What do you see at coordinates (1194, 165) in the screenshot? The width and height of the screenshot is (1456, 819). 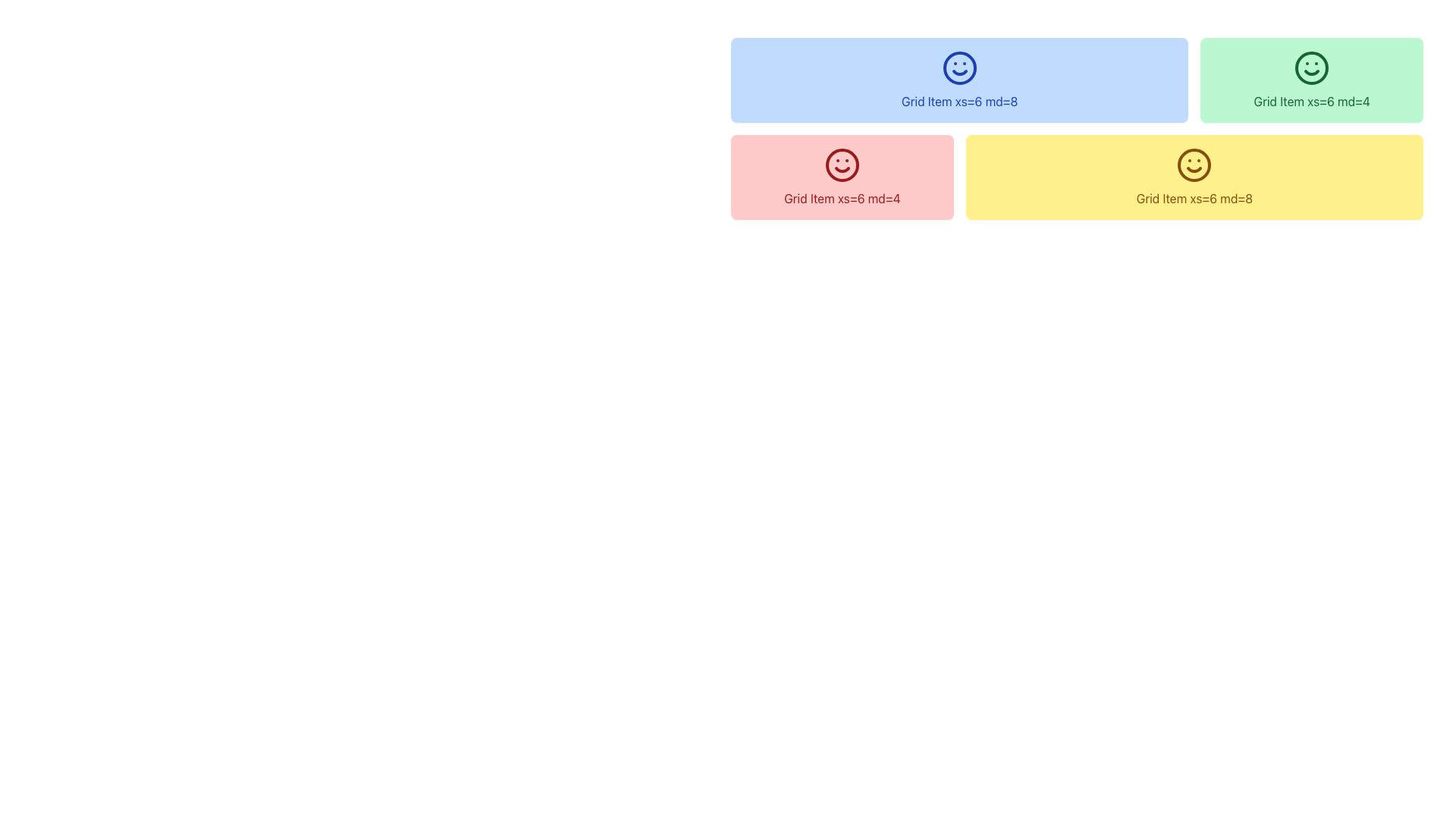 I see `the circular smiling face icon styled in a yellowish-brown tone, which is located within a yellow component labeled 'Grid Item xs=6 md=8'` at bounding box center [1194, 165].